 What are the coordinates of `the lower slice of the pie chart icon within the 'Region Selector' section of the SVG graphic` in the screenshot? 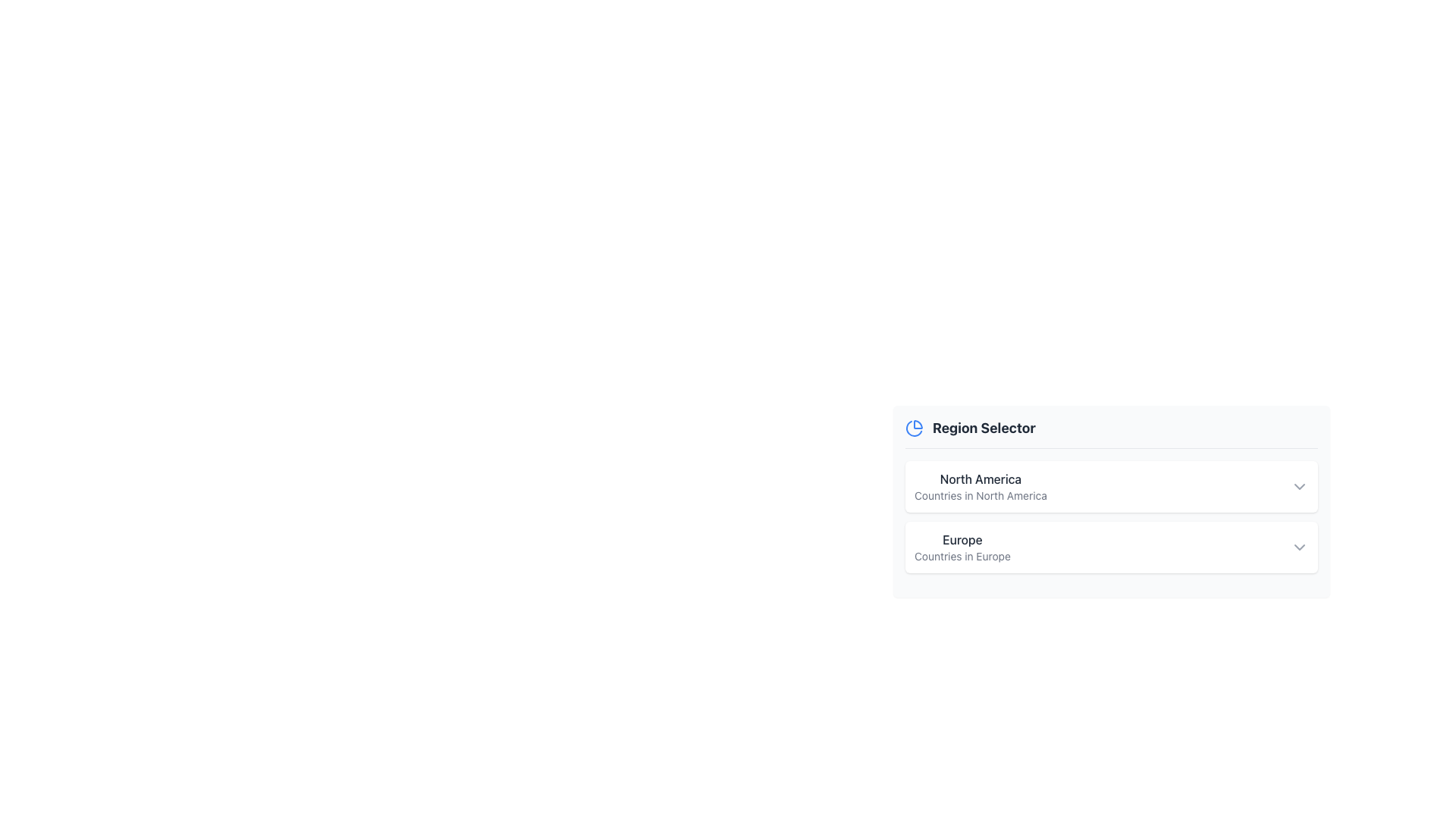 It's located at (913, 428).